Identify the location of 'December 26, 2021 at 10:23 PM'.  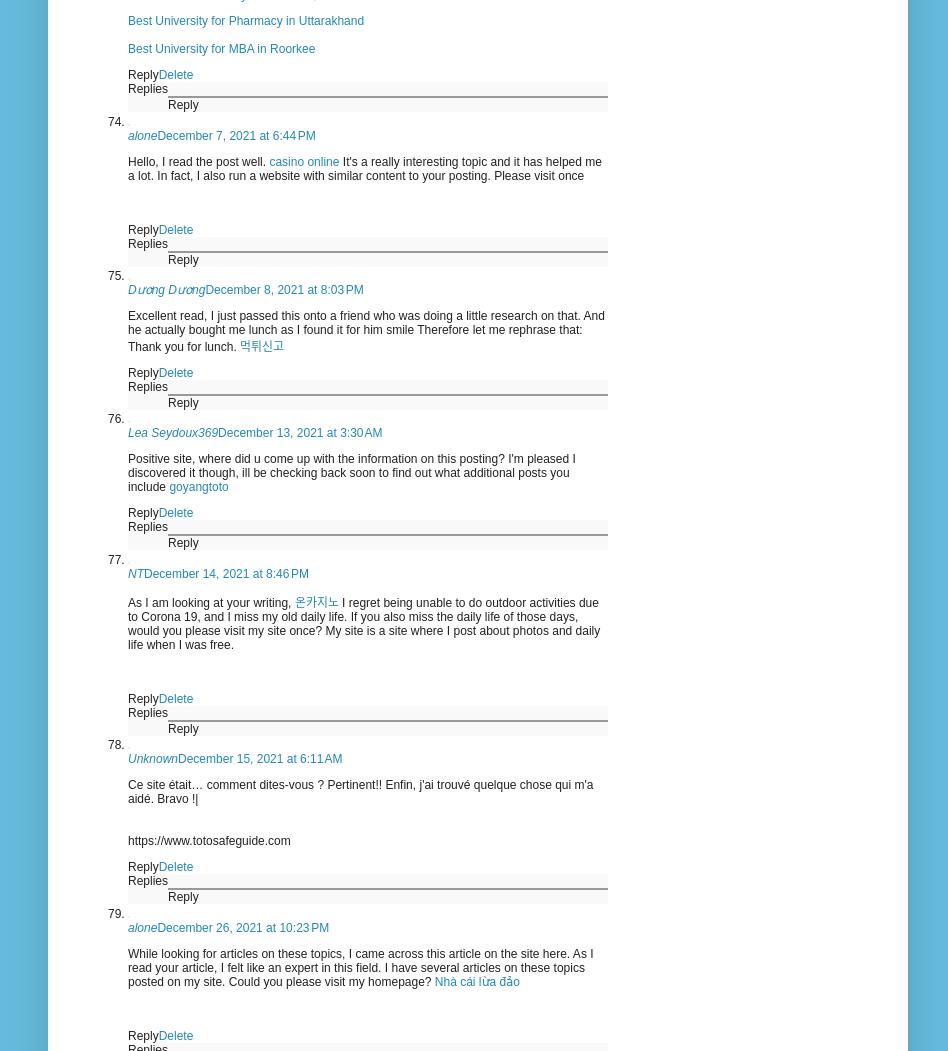
(242, 926).